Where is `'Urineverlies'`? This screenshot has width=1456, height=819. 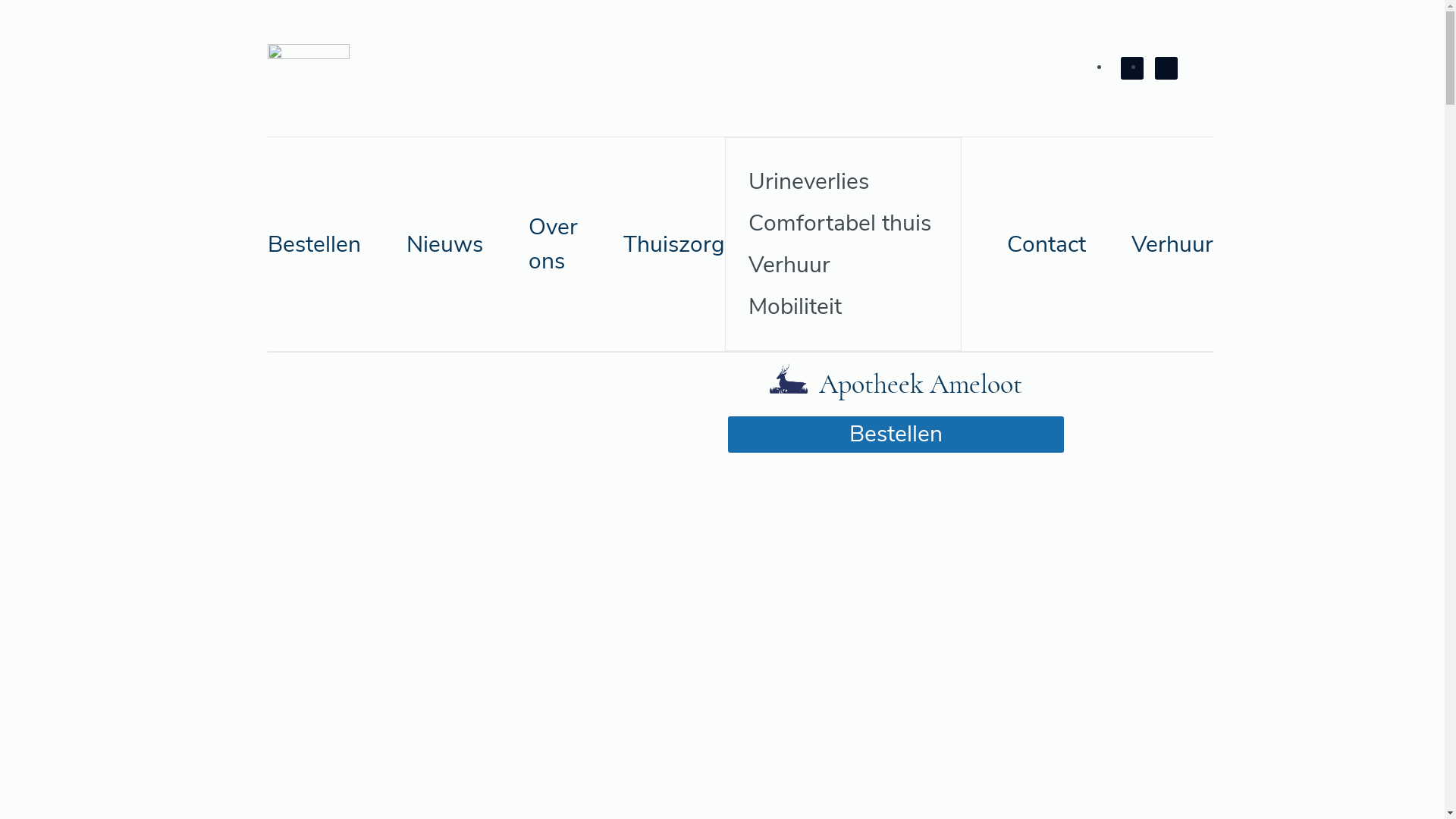
'Urineverlies' is located at coordinates (841, 180).